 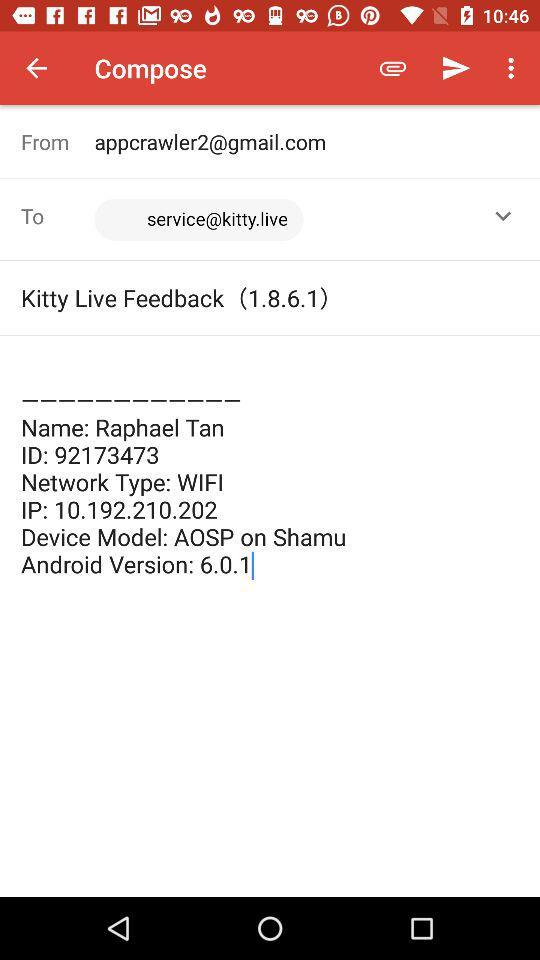 What do you see at coordinates (36, 68) in the screenshot?
I see `item to the left of compose` at bounding box center [36, 68].